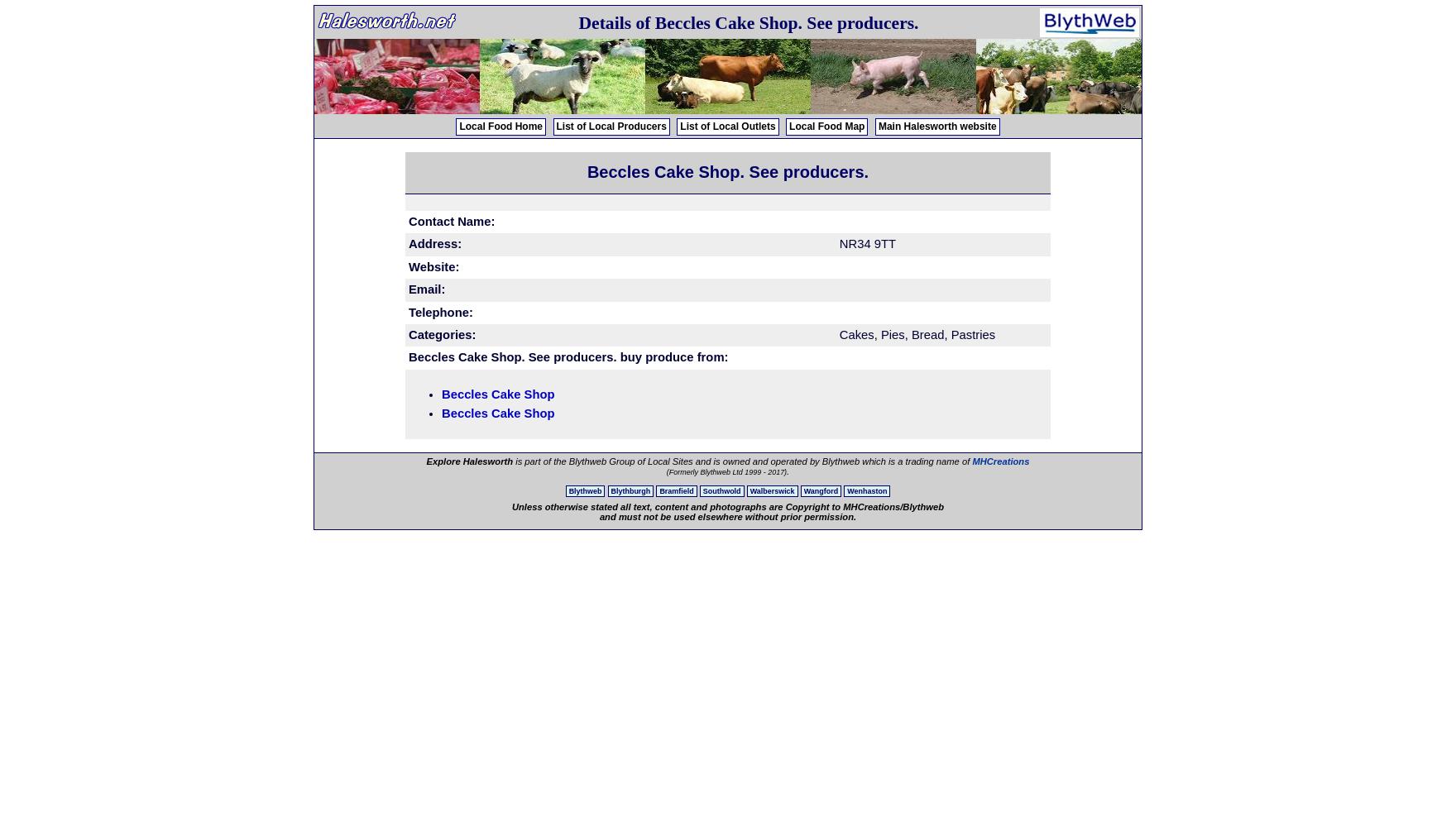 This screenshot has height=827, width=1456. Describe the element at coordinates (742, 461) in the screenshot. I see `'is part of the Blythweb Group of Local Sites and is owned and operated by Blythweb which is
a trading name of'` at that location.